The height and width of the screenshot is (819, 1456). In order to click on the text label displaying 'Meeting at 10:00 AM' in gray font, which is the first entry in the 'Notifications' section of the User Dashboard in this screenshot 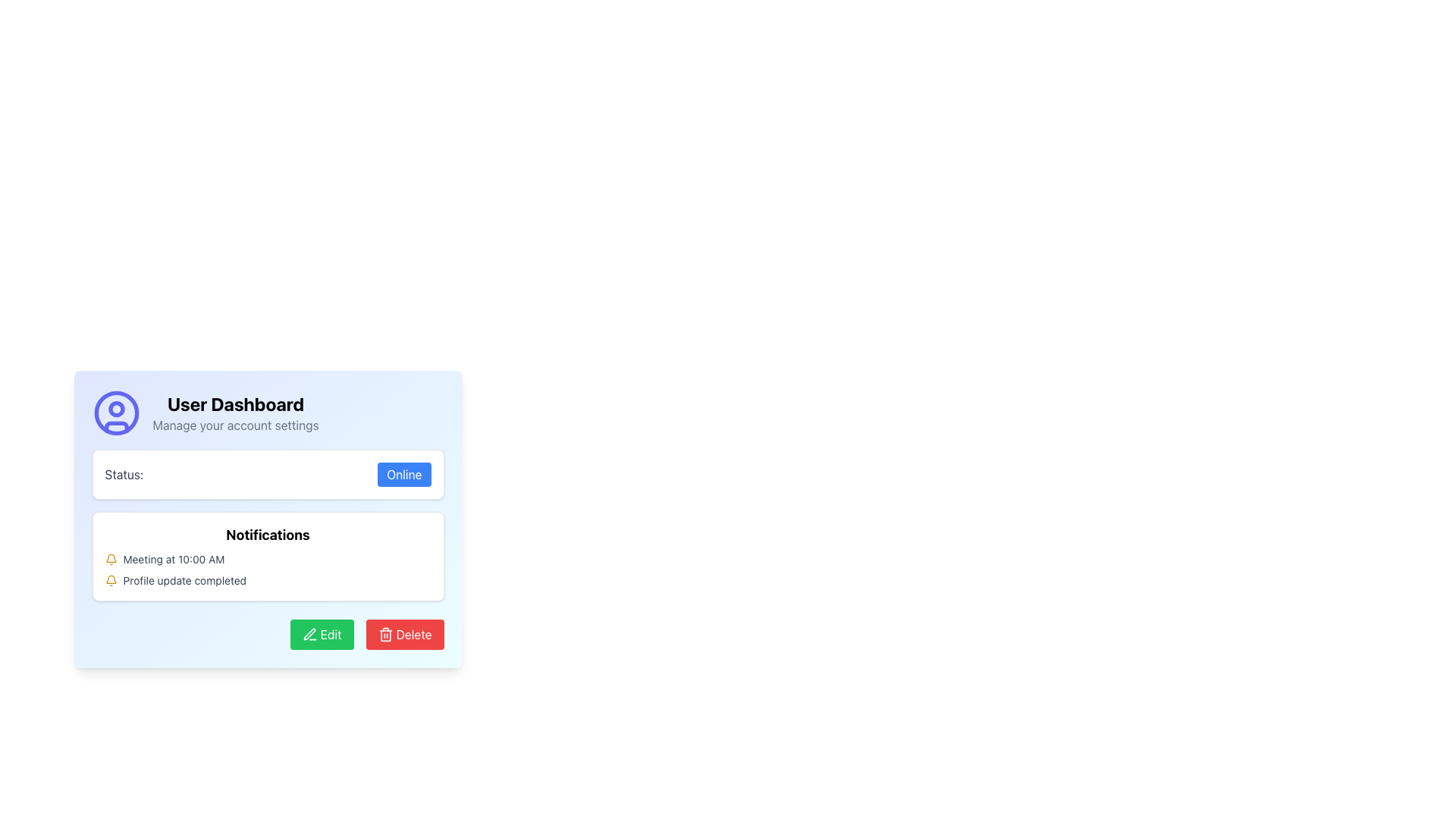, I will do `click(174, 559)`.